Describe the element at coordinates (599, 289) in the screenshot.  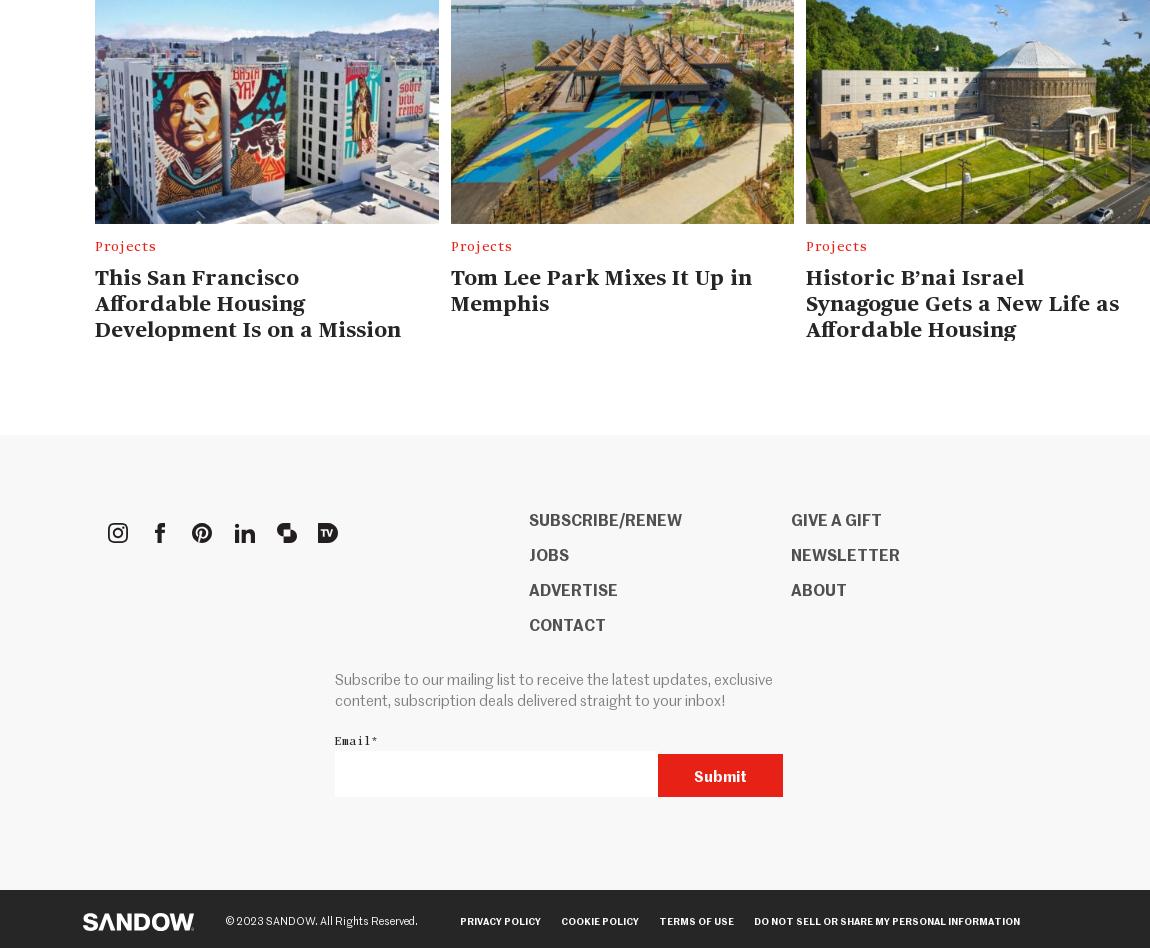
I see `'Tom Lee Park Mixes It Up in Memphis'` at that location.